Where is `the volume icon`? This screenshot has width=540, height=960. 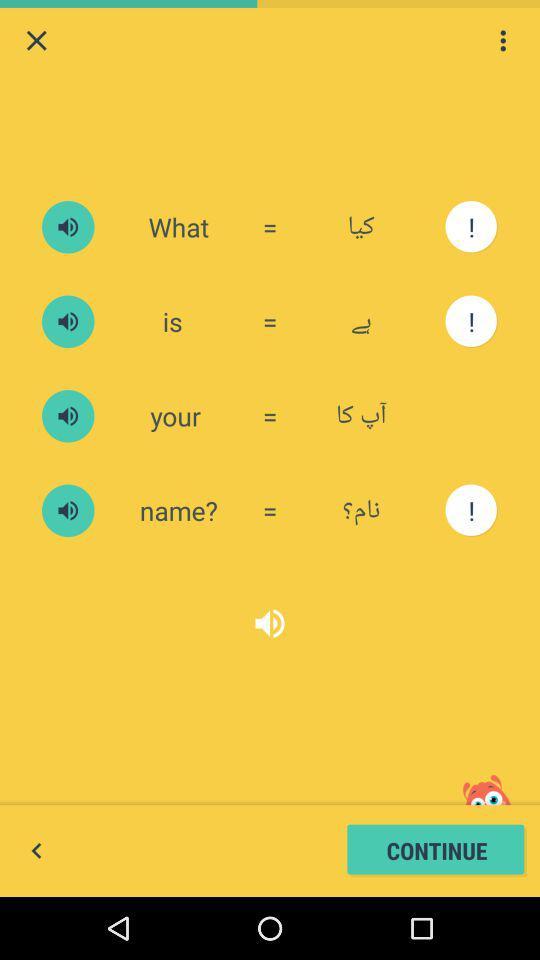 the volume icon is located at coordinates (270, 667).